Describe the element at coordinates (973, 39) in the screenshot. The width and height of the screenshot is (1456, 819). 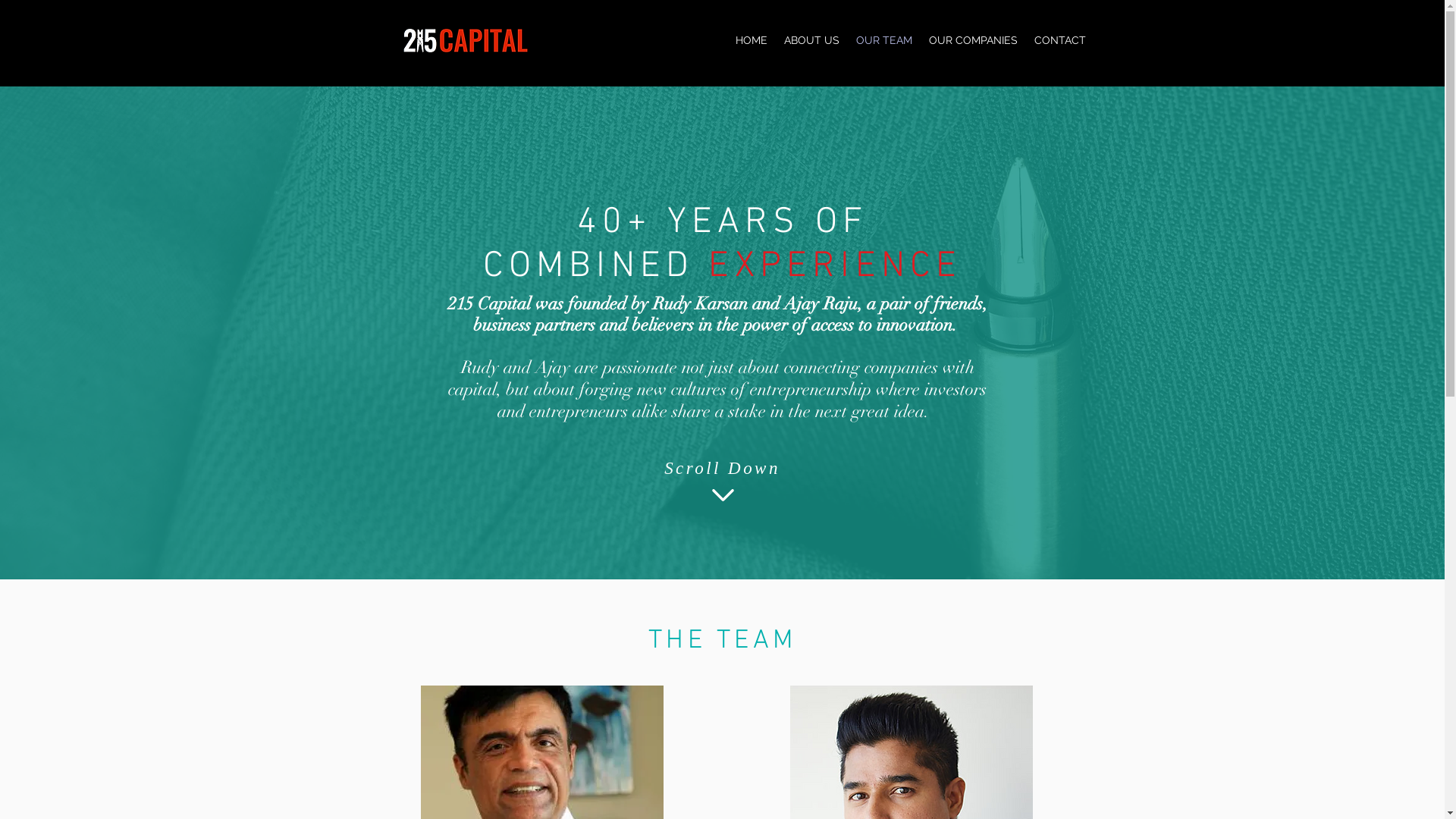
I see `'OUR COMPANIES'` at that location.